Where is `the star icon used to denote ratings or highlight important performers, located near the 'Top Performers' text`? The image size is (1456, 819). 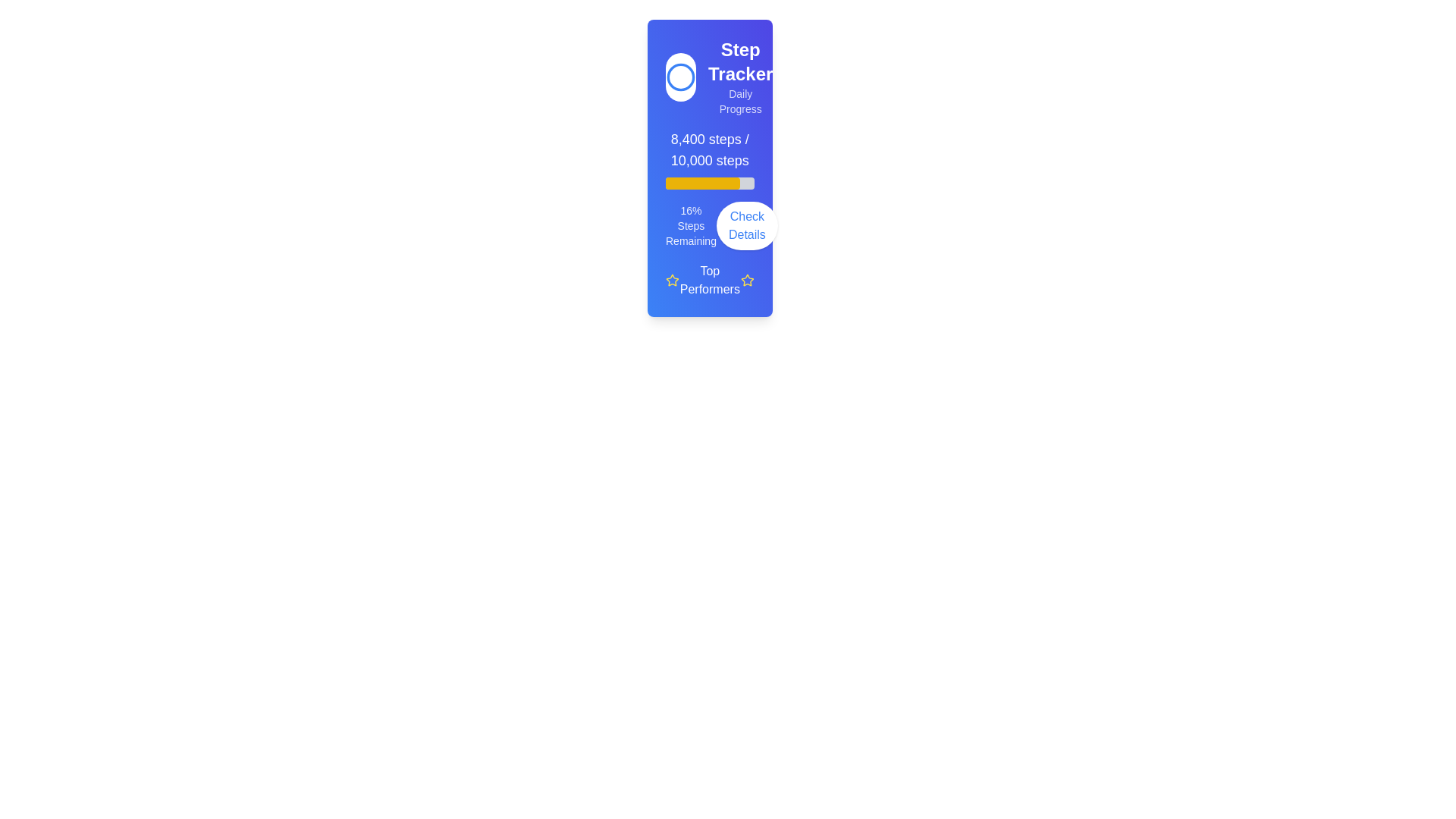
the star icon used to denote ratings or highlight important performers, located near the 'Top Performers' text is located at coordinates (747, 280).